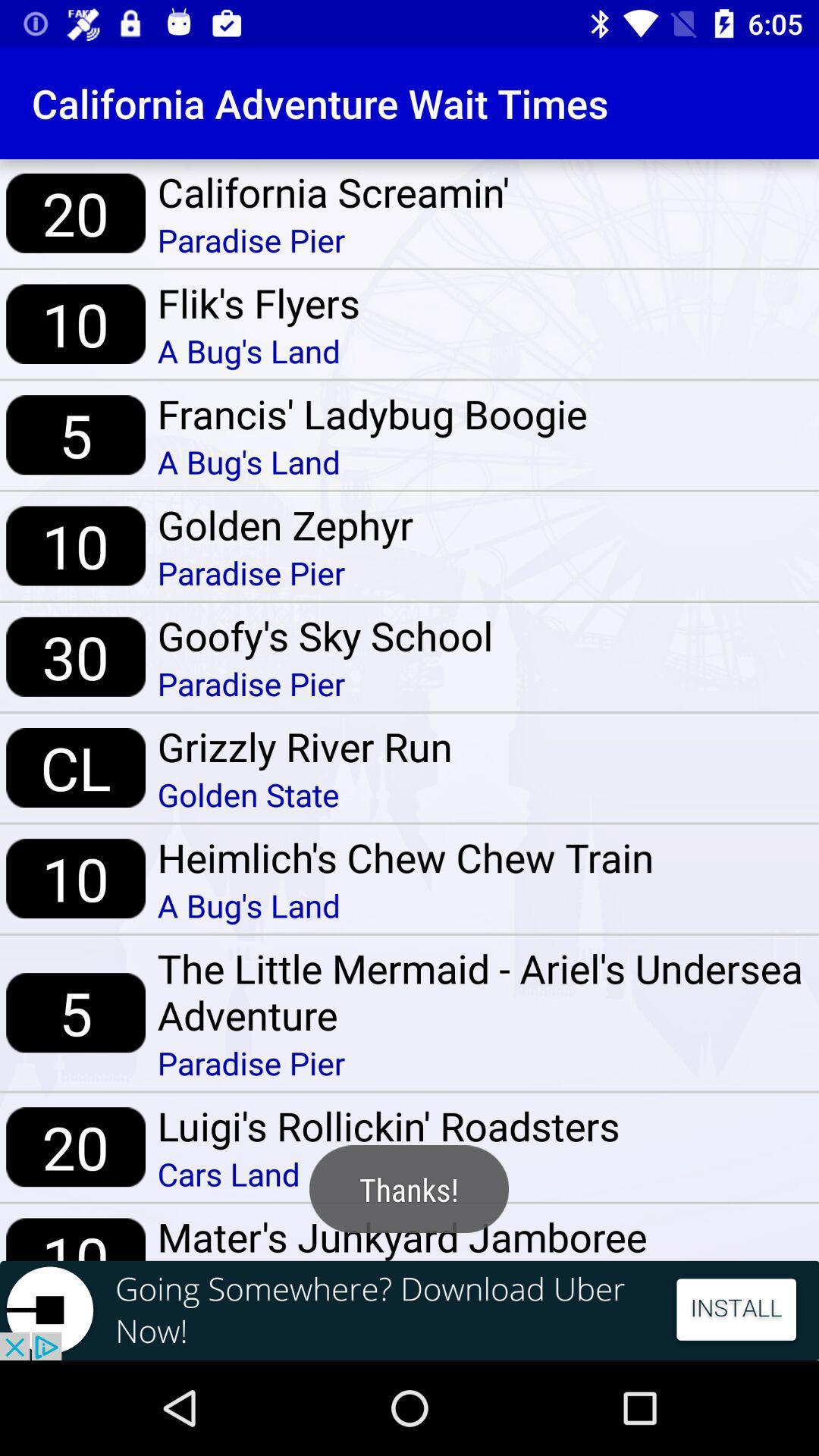  What do you see at coordinates (258, 303) in the screenshot?
I see `the item below paradise pier item` at bounding box center [258, 303].